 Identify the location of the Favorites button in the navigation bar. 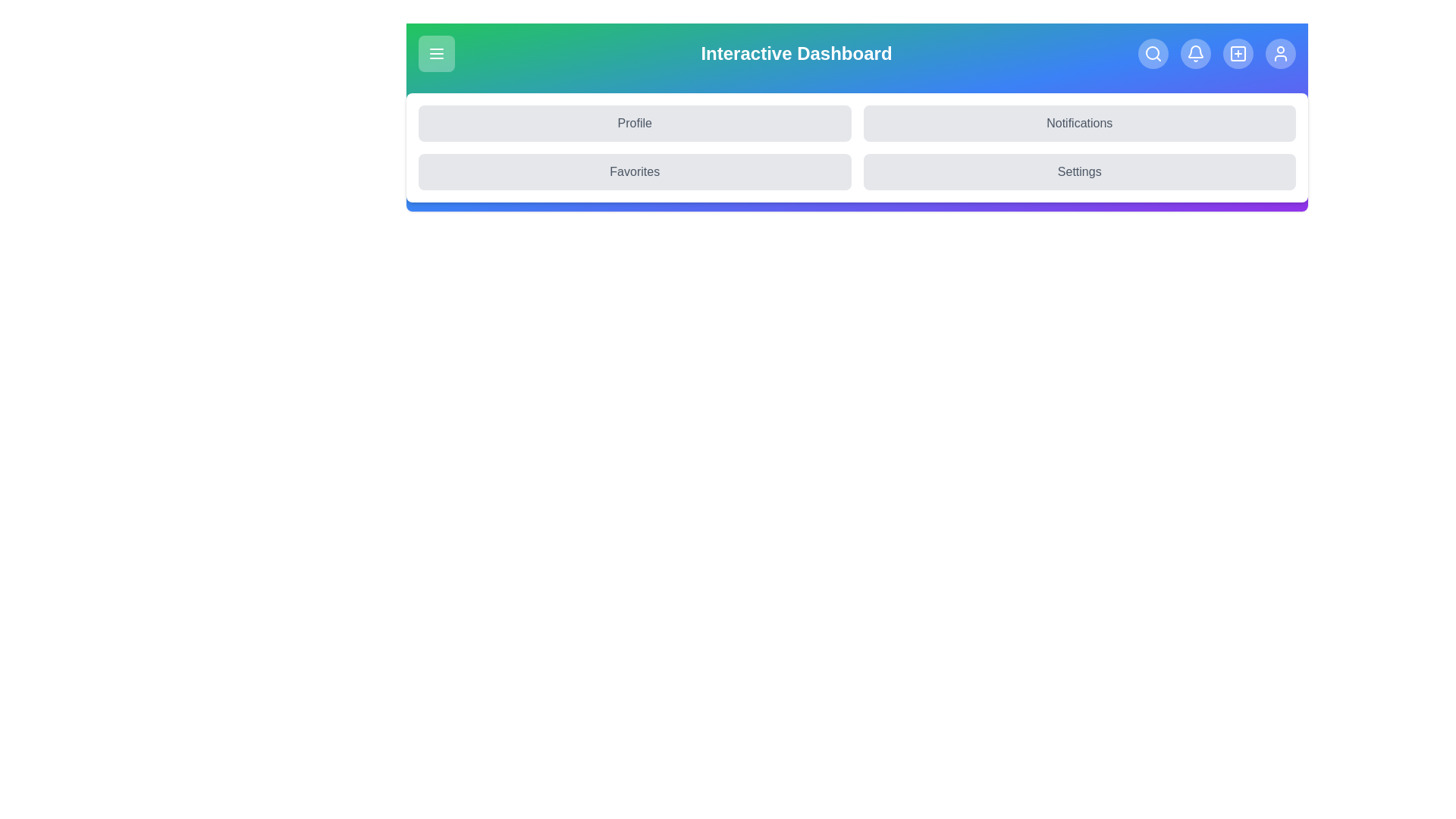
(635, 171).